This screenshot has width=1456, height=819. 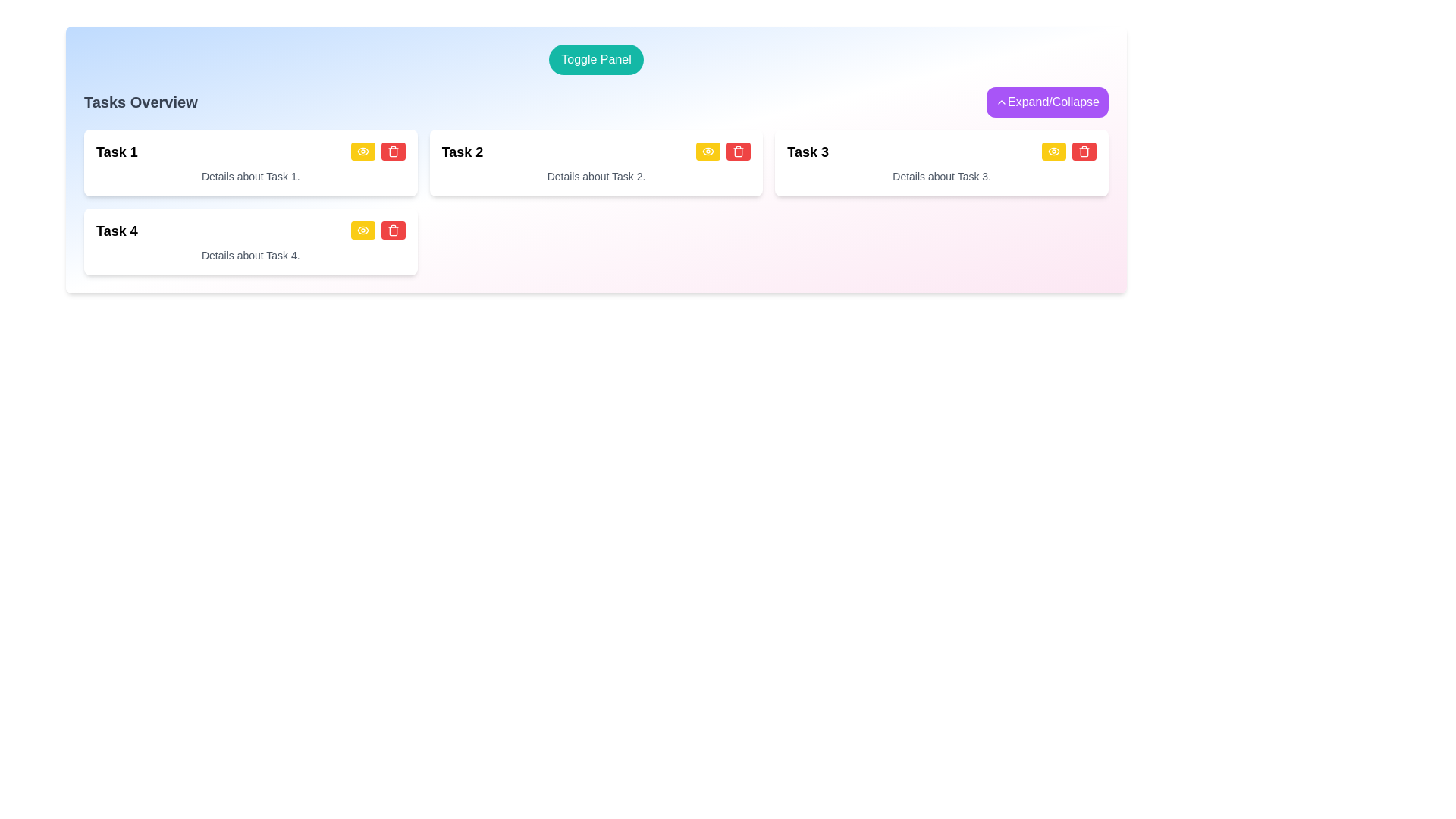 What do you see at coordinates (250, 254) in the screenshot?
I see `the text label that provides information about 'Task 4', located in the second row and first column of the task list section` at bounding box center [250, 254].